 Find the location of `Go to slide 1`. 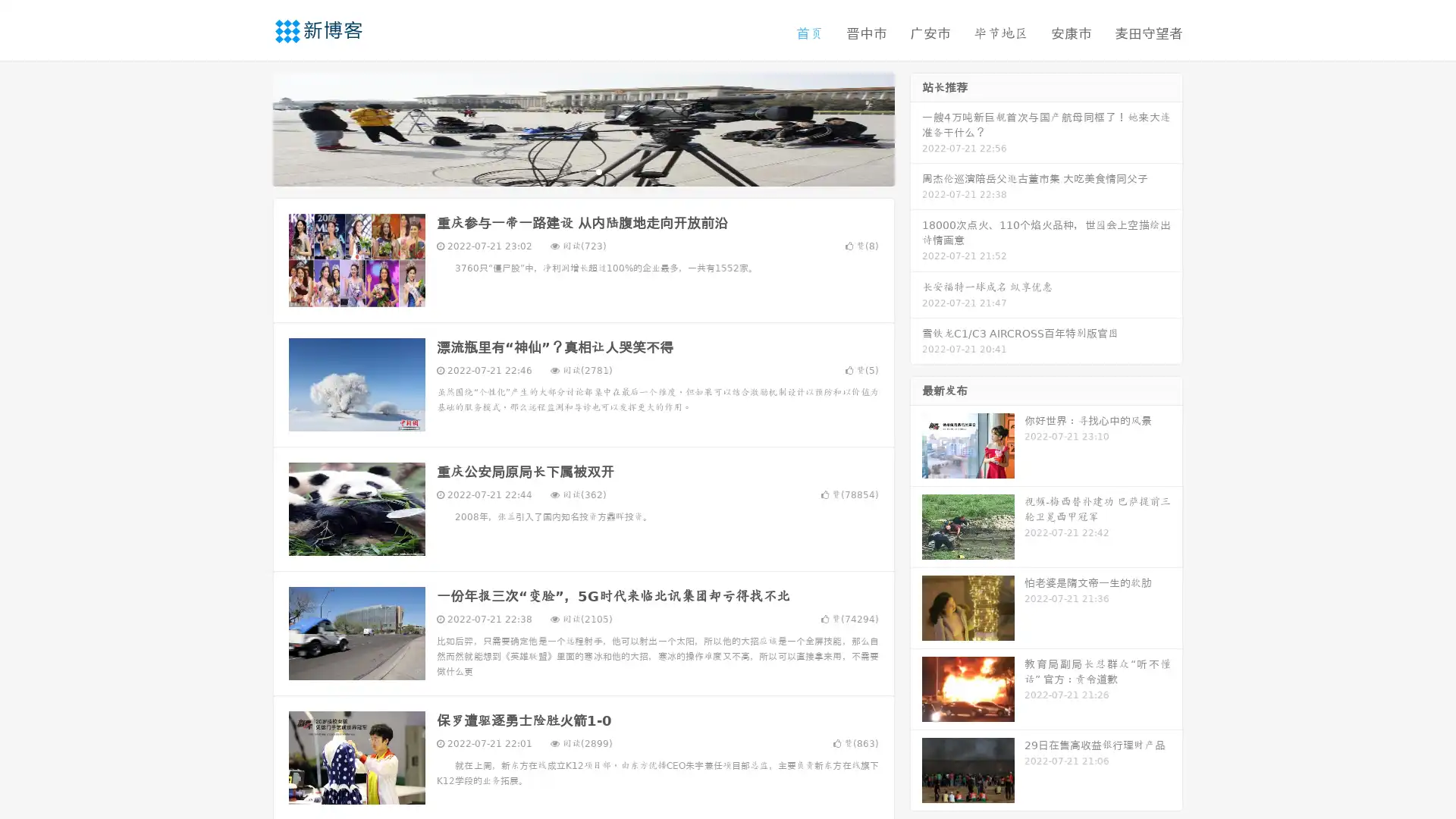

Go to slide 1 is located at coordinates (567, 171).